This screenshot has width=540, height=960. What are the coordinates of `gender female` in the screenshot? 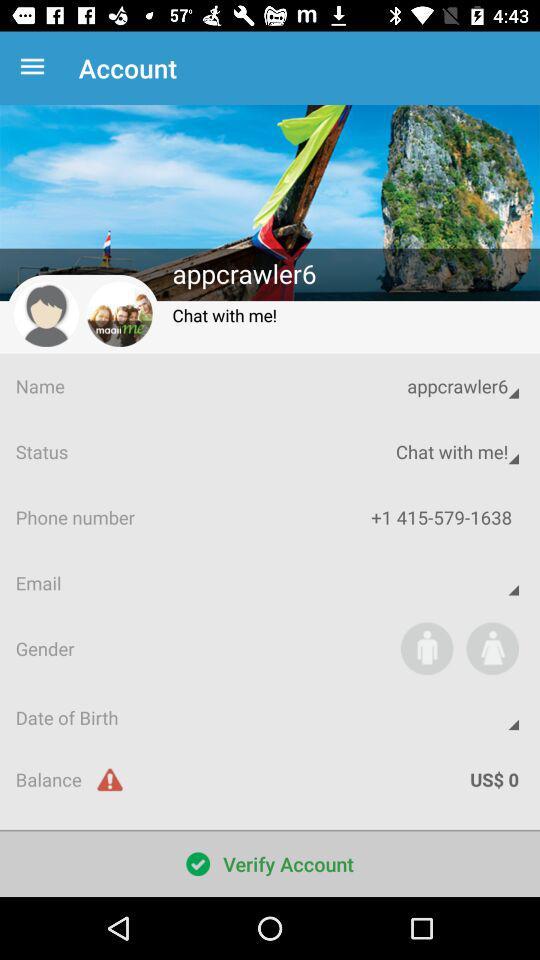 It's located at (491, 647).